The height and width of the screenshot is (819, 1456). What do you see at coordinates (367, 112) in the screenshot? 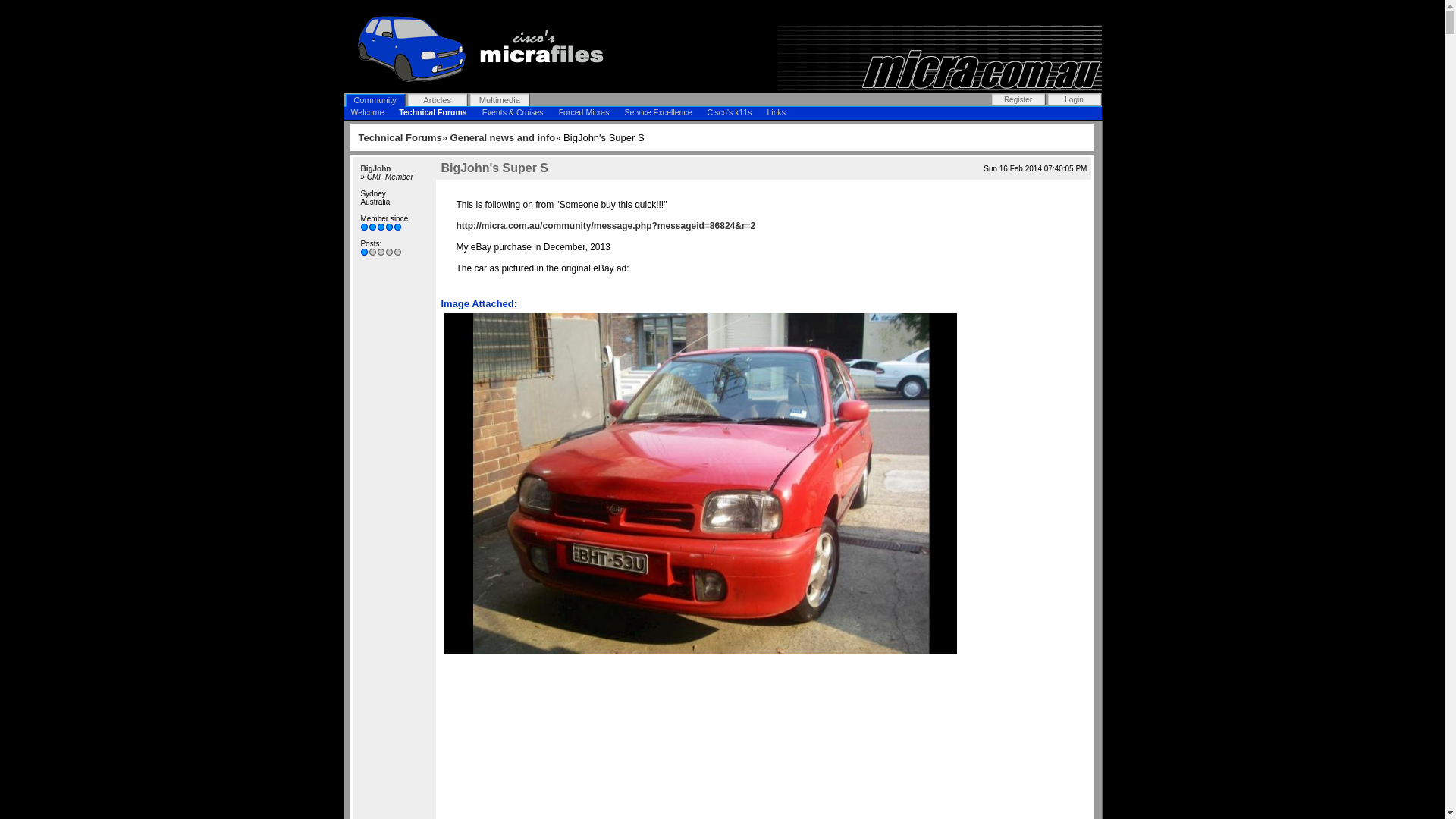
I see `'Welcome'` at bounding box center [367, 112].